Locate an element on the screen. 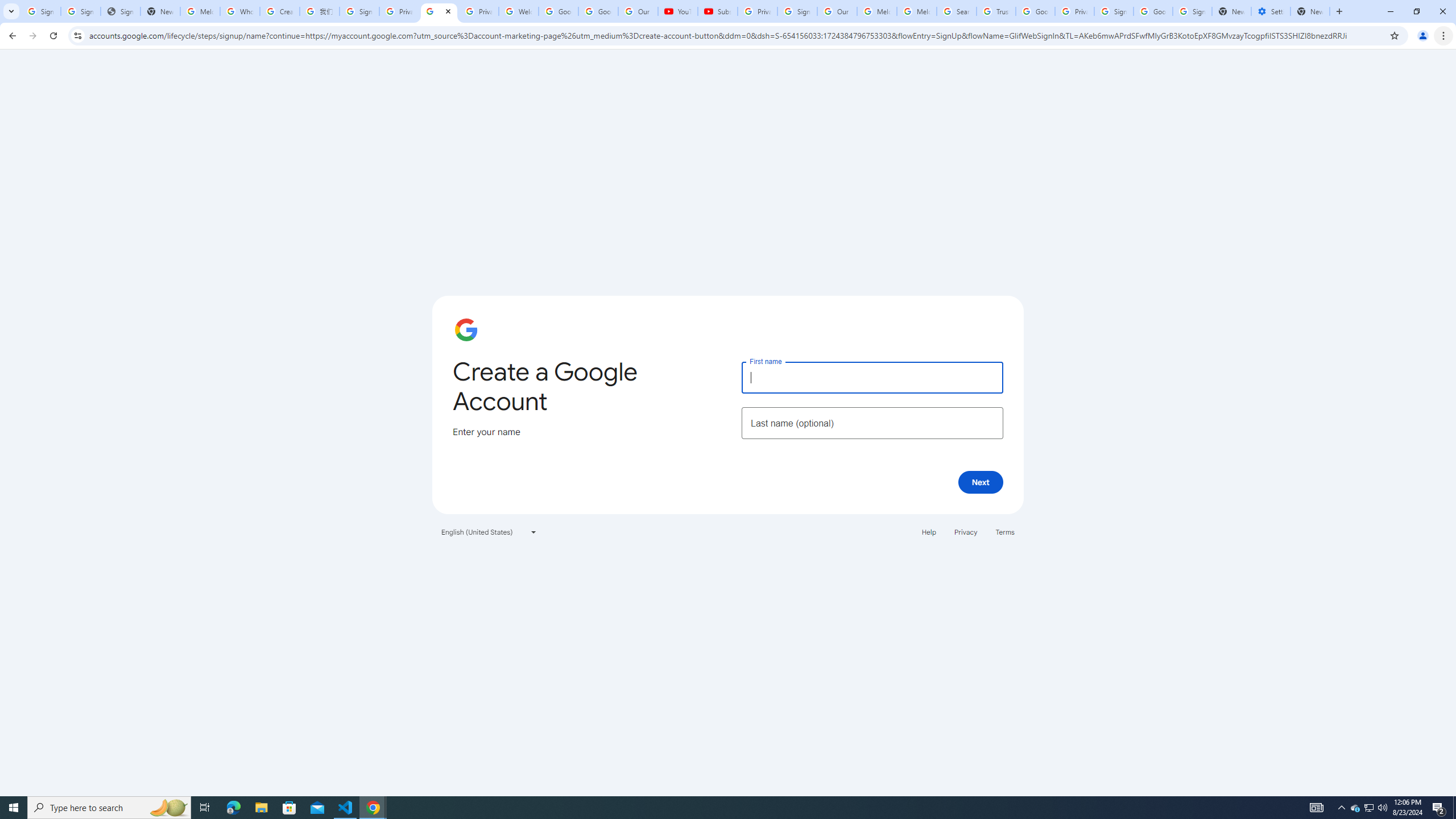  'First name' is located at coordinates (871, 377).